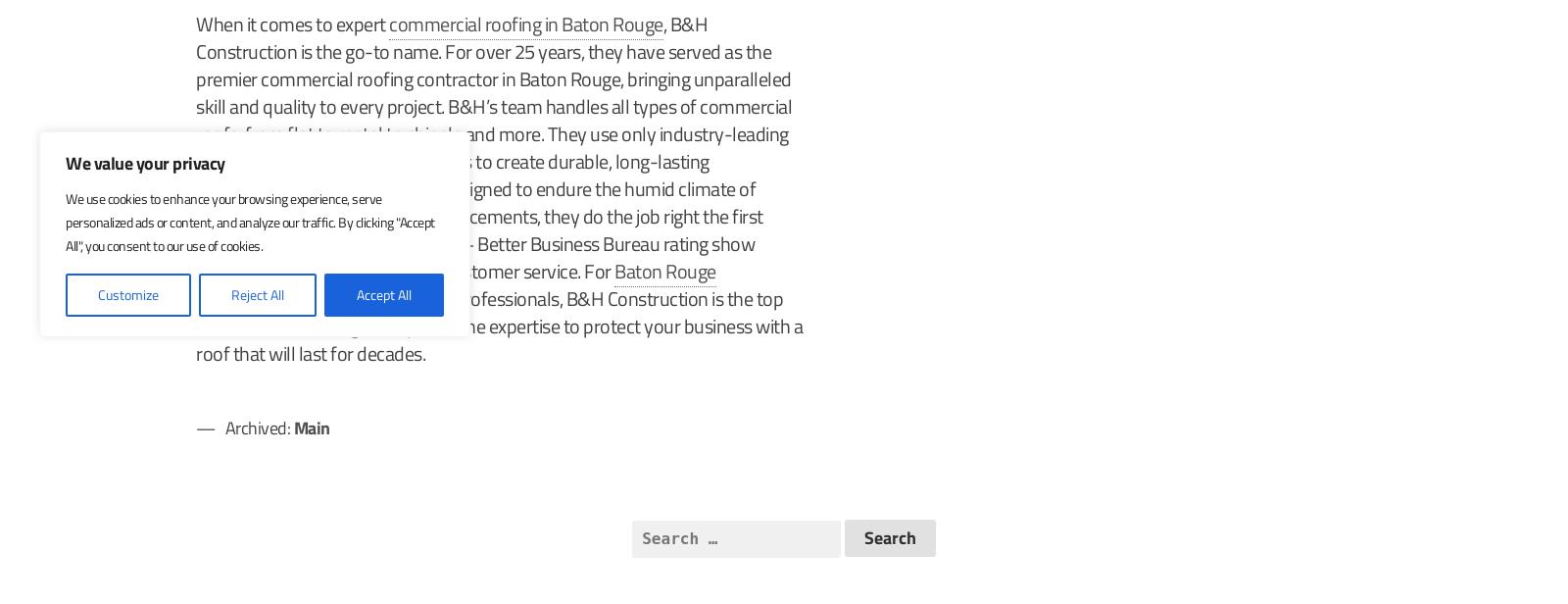 Image resolution: width=1568 pixels, height=604 pixels. Describe the element at coordinates (317, 188) in the screenshot. I see `'commercial roofs Baton Rouge'` at that location.